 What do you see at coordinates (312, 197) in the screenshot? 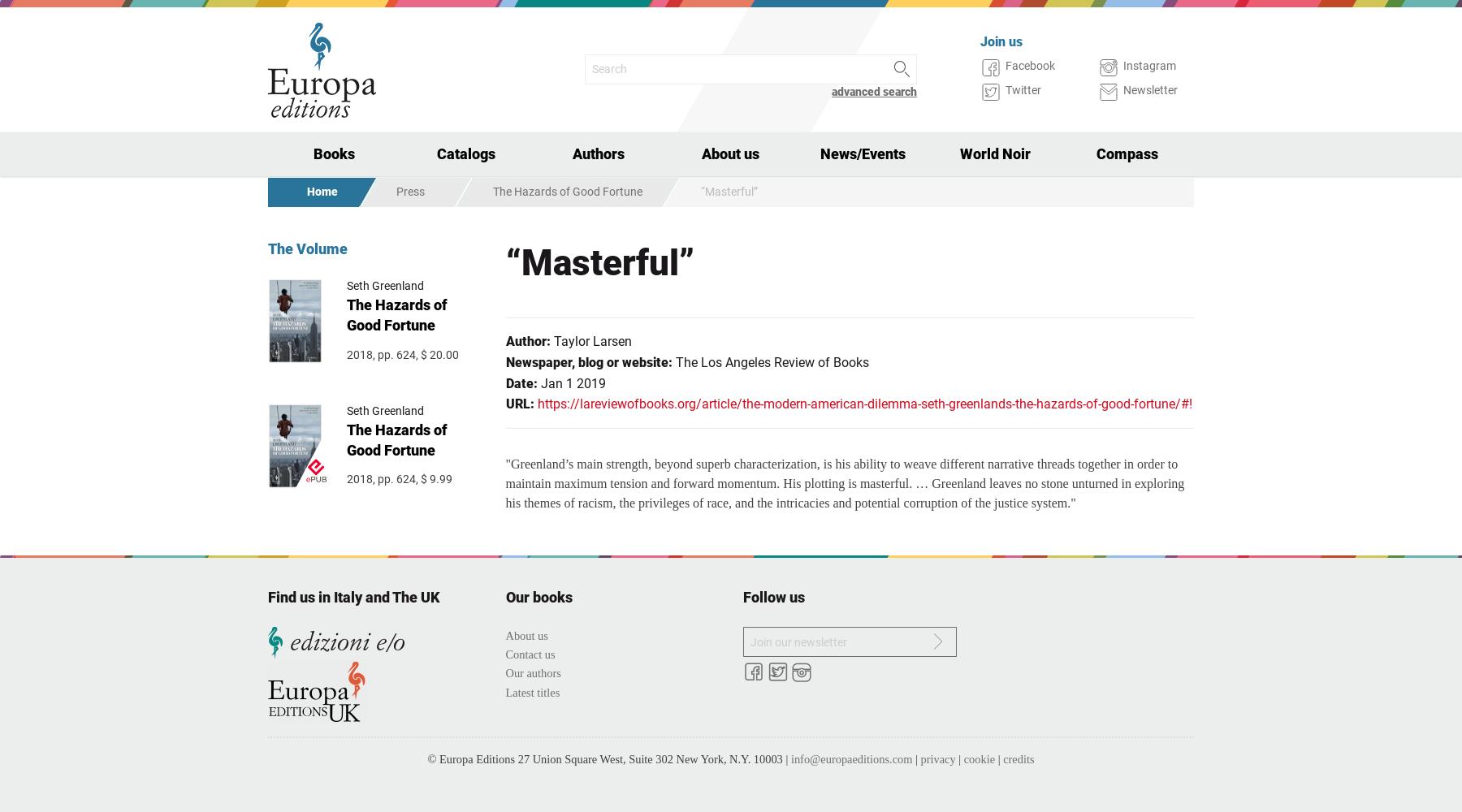
I see `'Newest'` at bounding box center [312, 197].